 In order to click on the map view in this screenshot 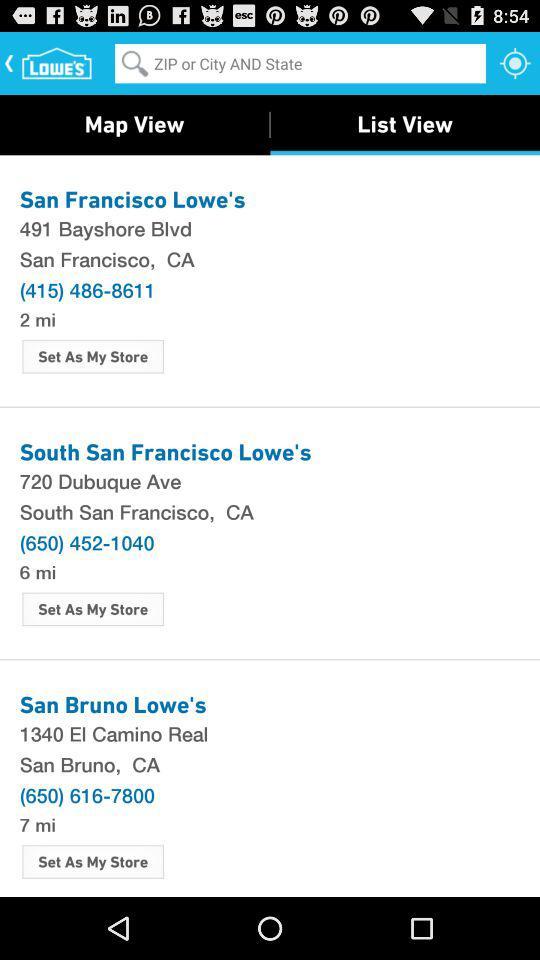, I will do `click(134, 123)`.